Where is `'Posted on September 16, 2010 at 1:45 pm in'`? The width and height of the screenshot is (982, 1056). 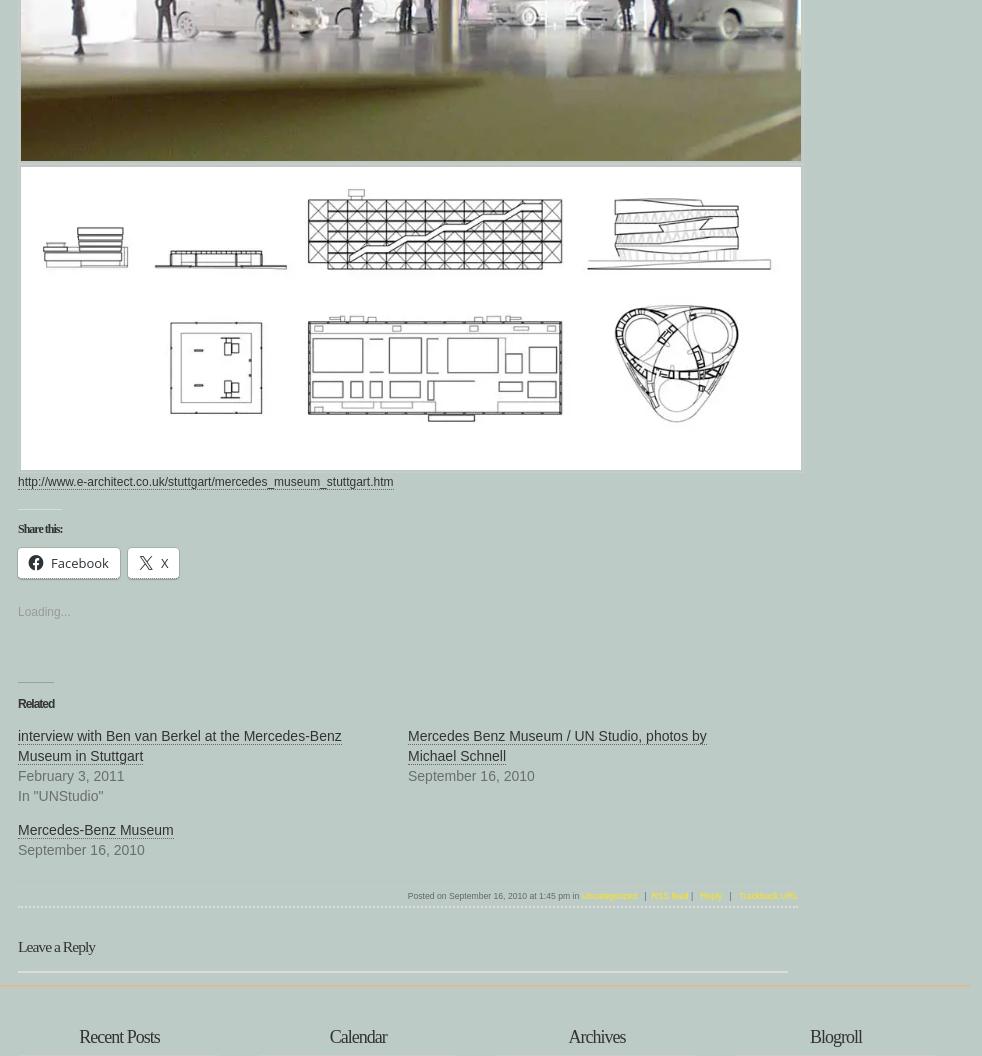 'Posted on September 16, 2010 at 1:45 pm in' is located at coordinates (493, 895).